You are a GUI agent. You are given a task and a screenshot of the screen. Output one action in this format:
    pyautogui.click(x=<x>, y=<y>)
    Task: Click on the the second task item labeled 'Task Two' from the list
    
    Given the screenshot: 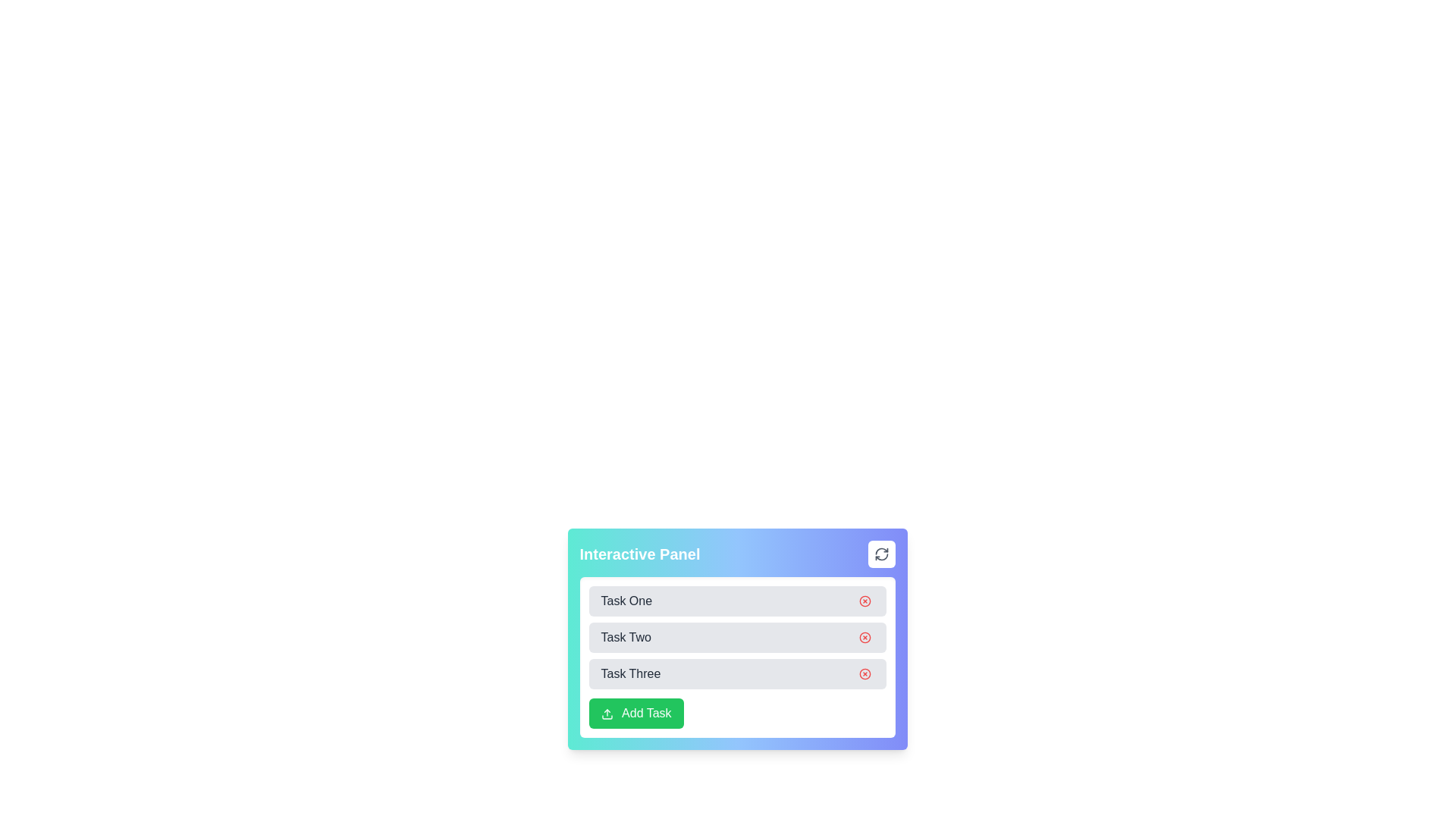 What is the action you would take?
    pyautogui.click(x=737, y=637)
    